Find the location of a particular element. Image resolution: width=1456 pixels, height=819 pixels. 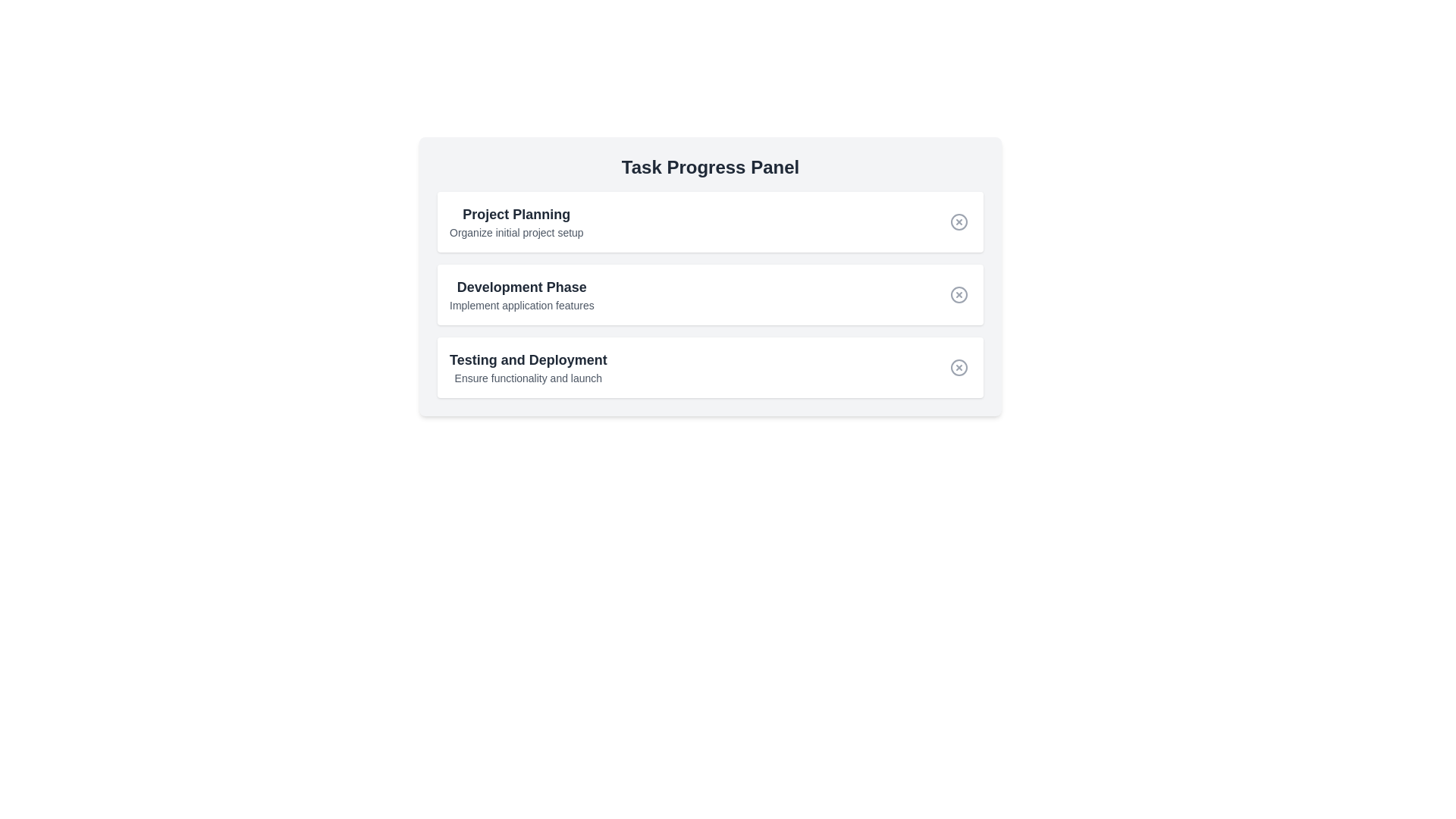

the text block titled 'Development Phase' that contains the description 'Implement application features.' is located at coordinates (522, 295).